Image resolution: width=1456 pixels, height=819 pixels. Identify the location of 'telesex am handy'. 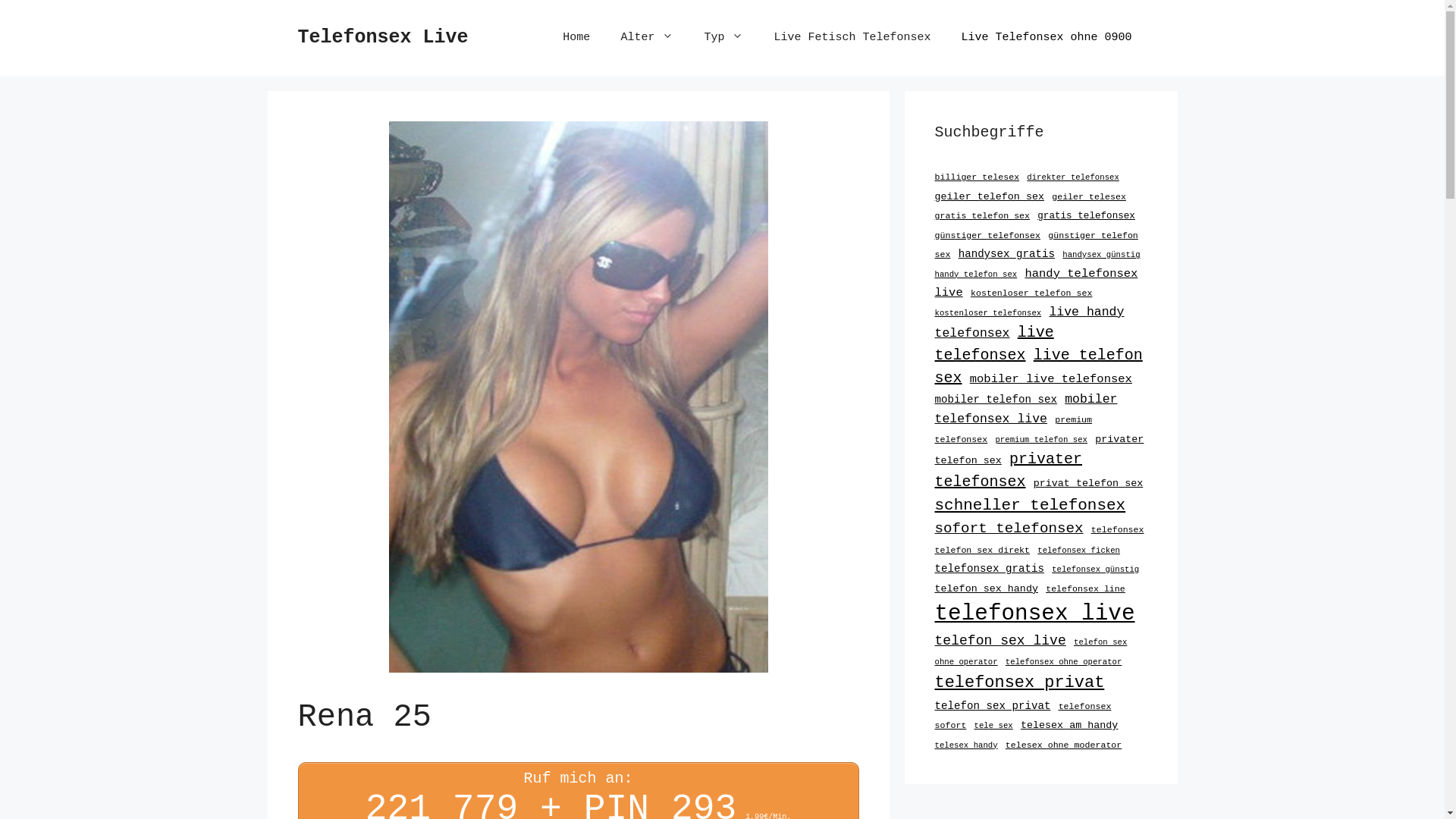
(1068, 724).